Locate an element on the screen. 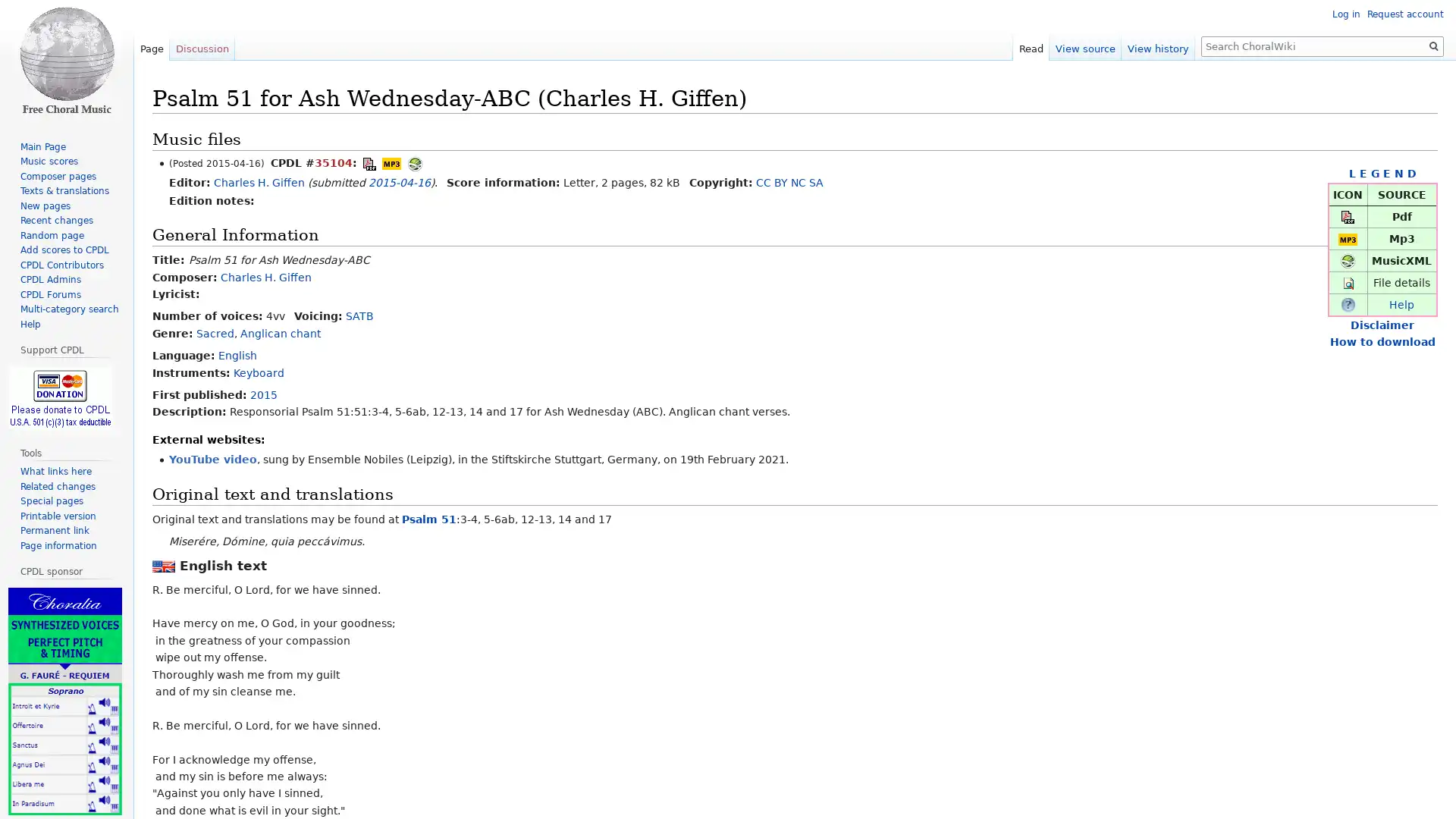 Image resolution: width=1456 pixels, height=819 pixels. Search is located at coordinates (1433, 45).